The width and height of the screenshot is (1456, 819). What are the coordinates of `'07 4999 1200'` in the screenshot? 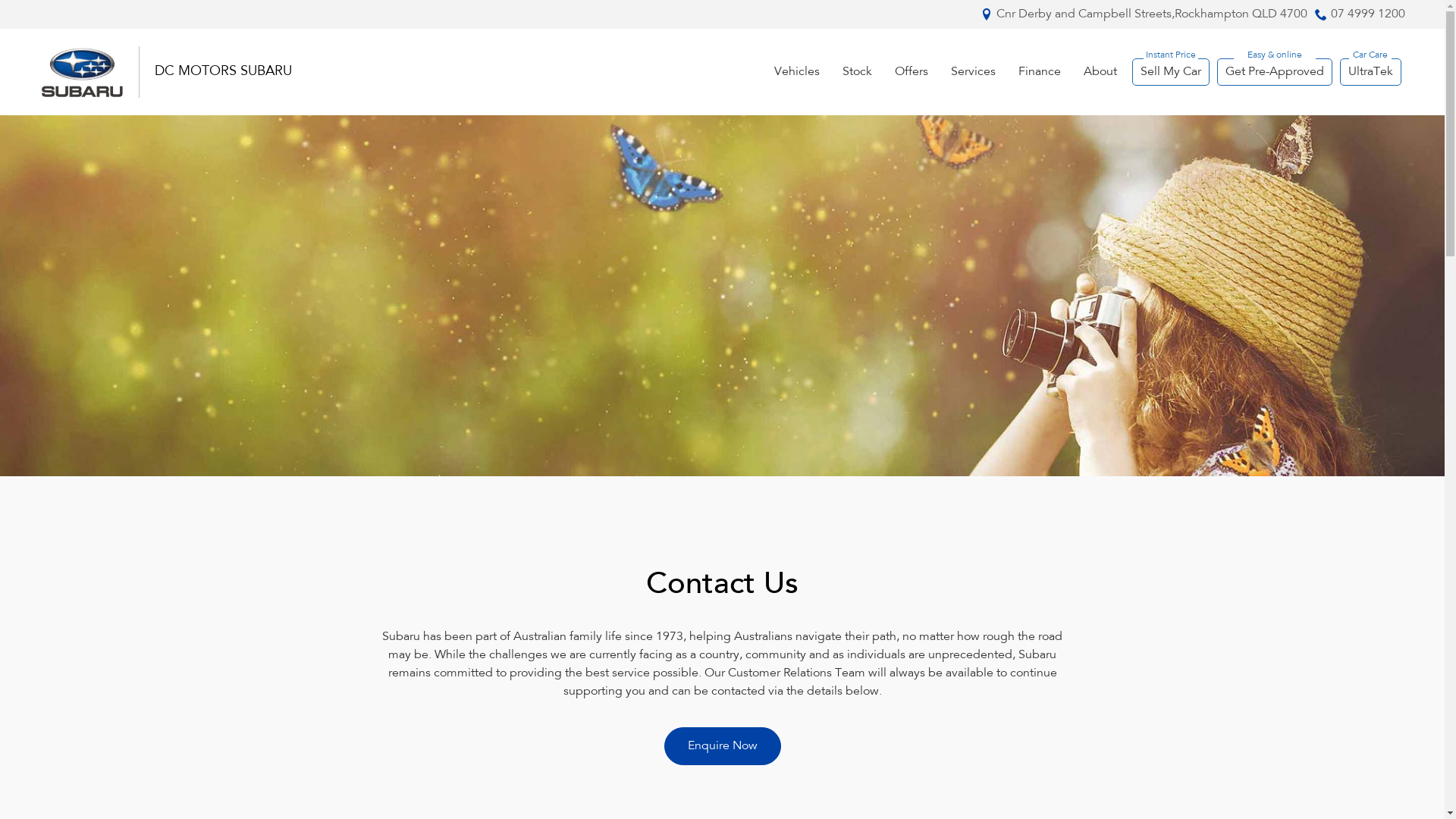 It's located at (1367, 14).